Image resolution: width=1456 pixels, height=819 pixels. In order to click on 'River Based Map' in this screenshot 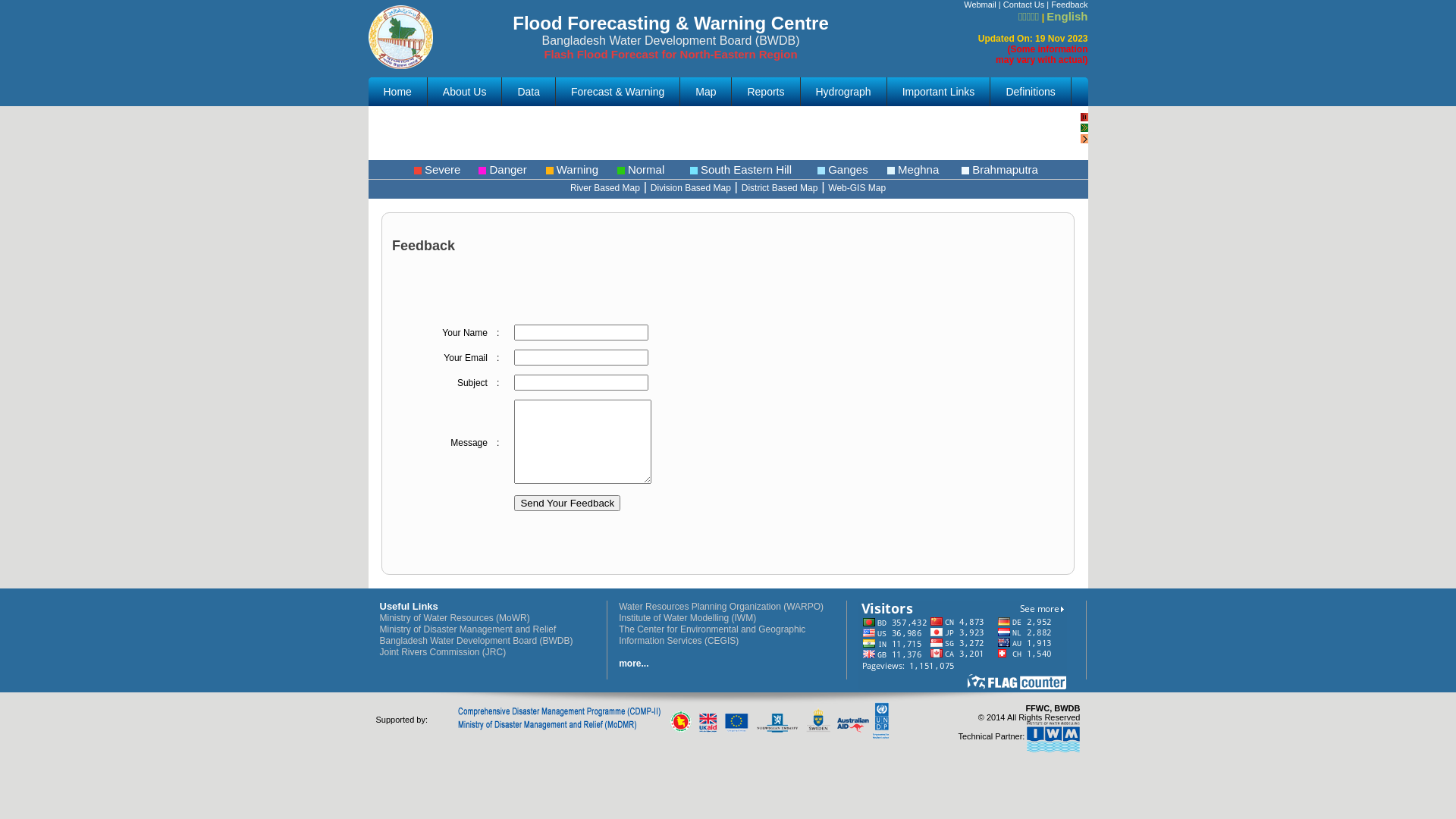, I will do `click(604, 187)`.